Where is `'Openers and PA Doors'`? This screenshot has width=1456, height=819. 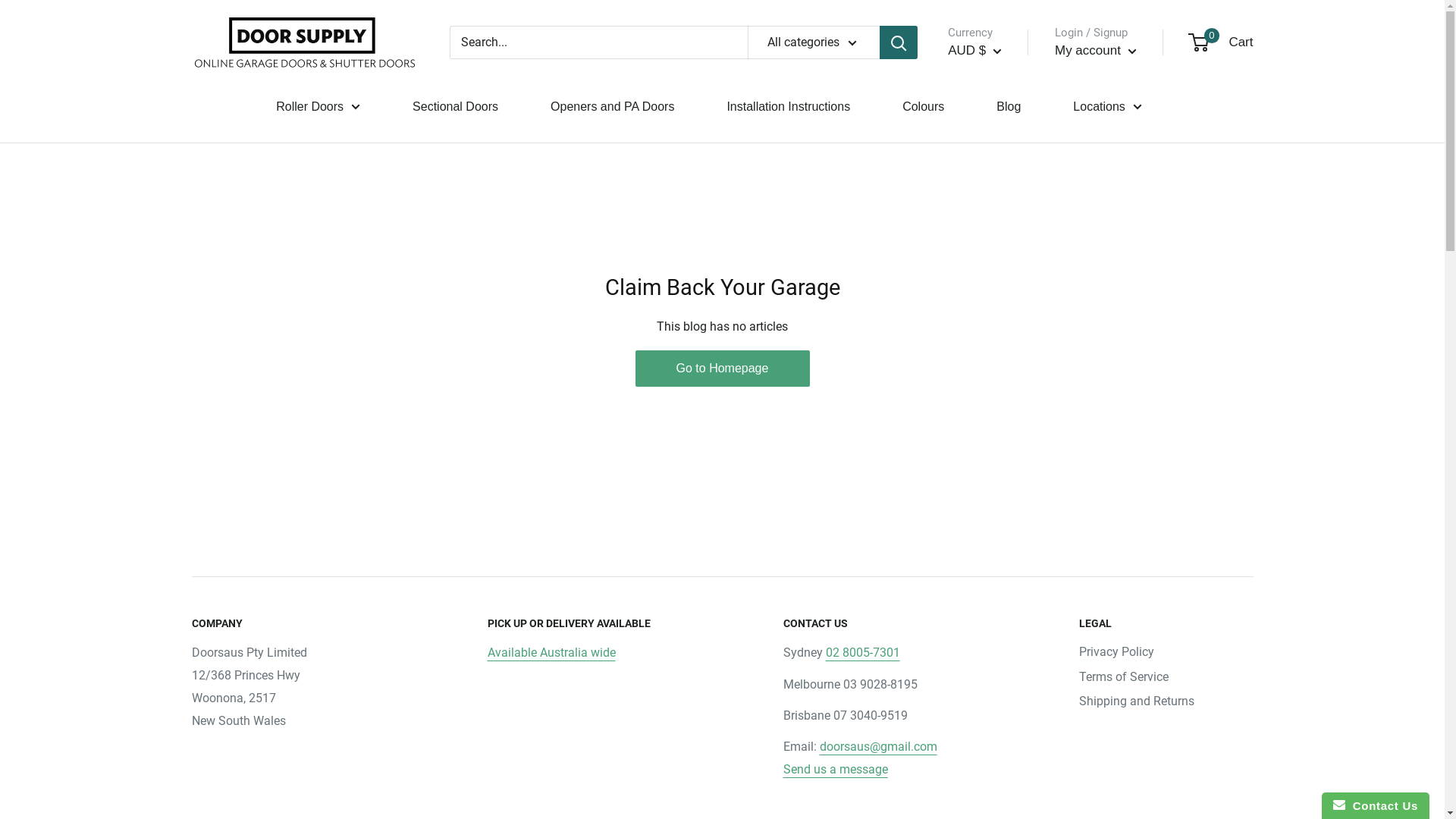 'Openers and PA Doors' is located at coordinates (612, 106).